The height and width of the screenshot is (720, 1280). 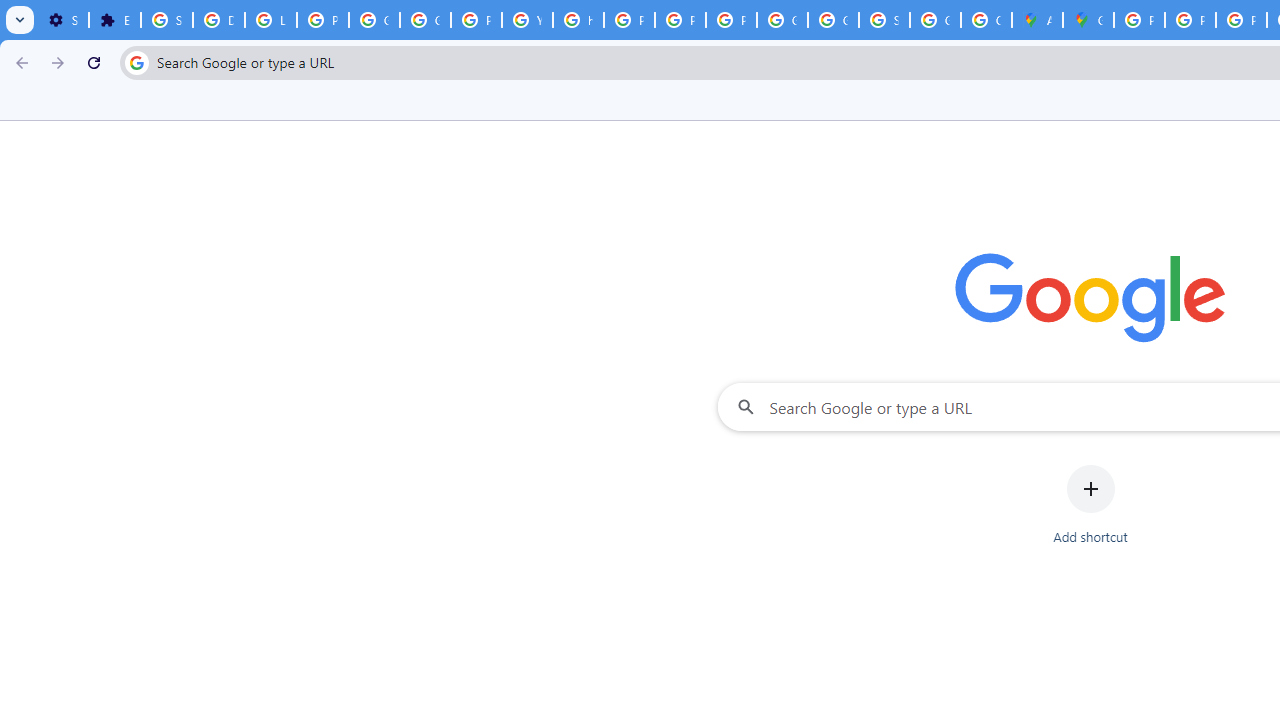 I want to click on 'Settings - On startup', so click(x=63, y=20).